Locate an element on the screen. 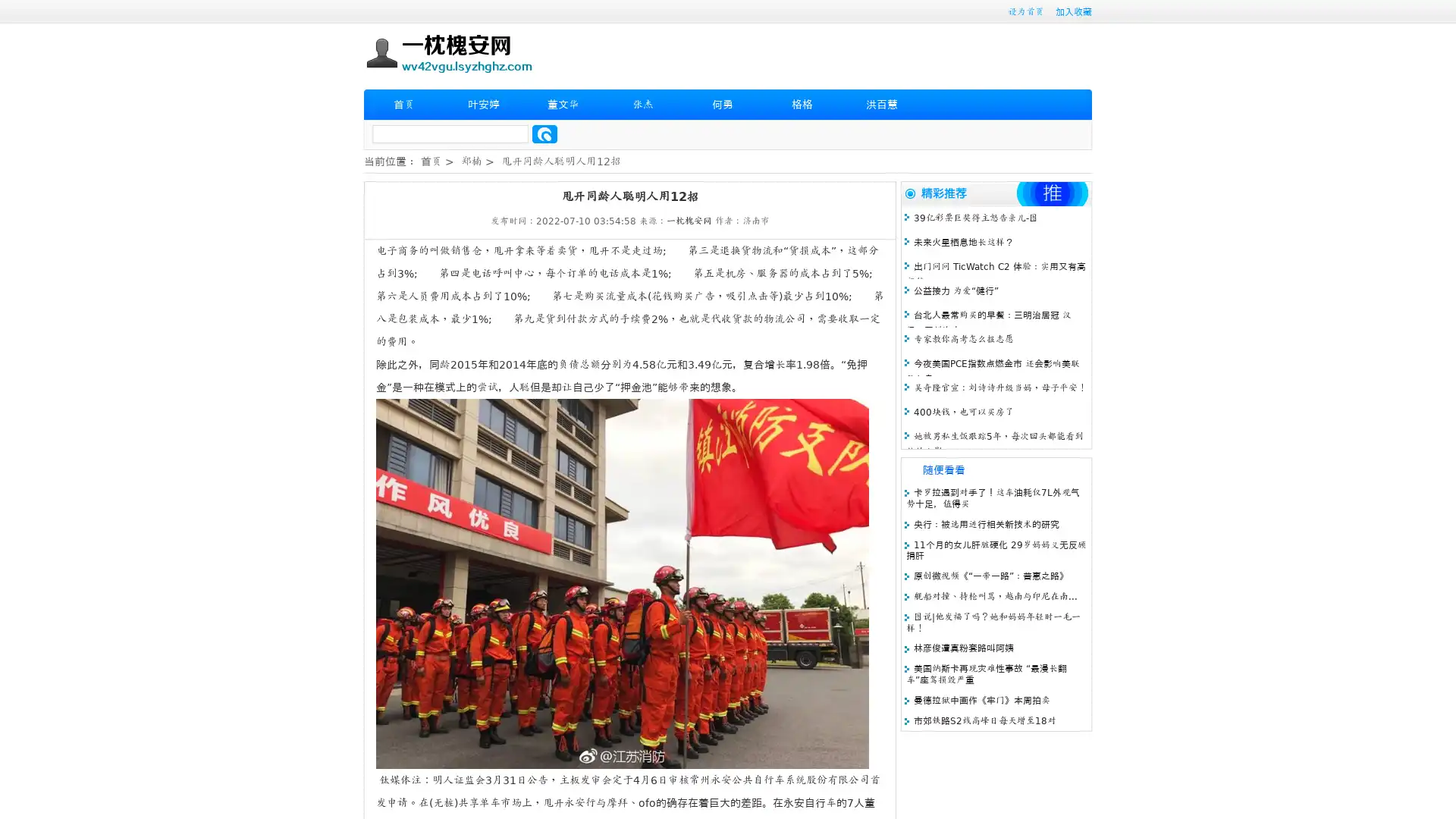  Search is located at coordinates (544, 133).